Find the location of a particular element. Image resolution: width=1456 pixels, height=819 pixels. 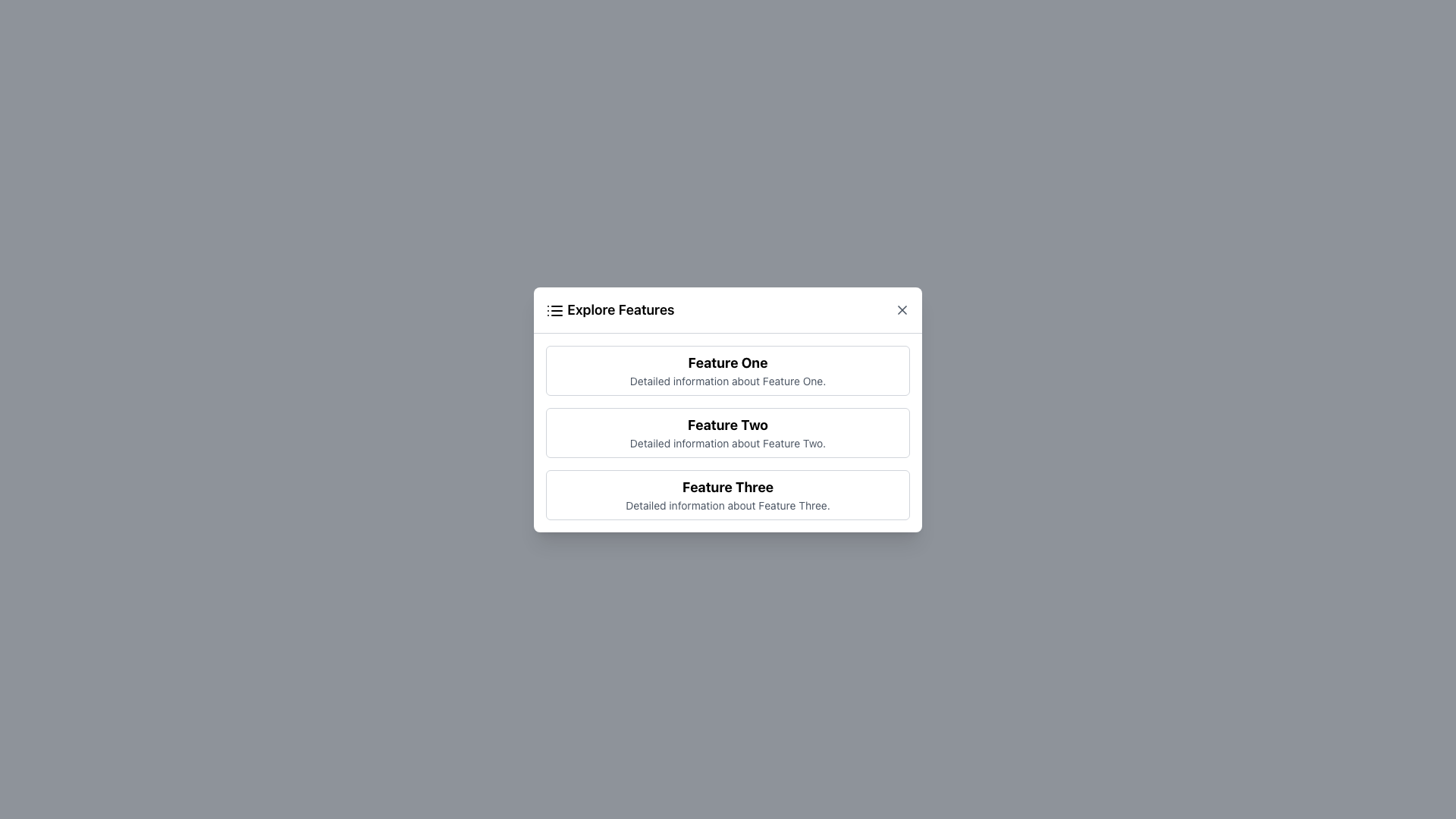

the 'X' icon close button located in the top-right corner of the header section is located at coordinates (902, 309).